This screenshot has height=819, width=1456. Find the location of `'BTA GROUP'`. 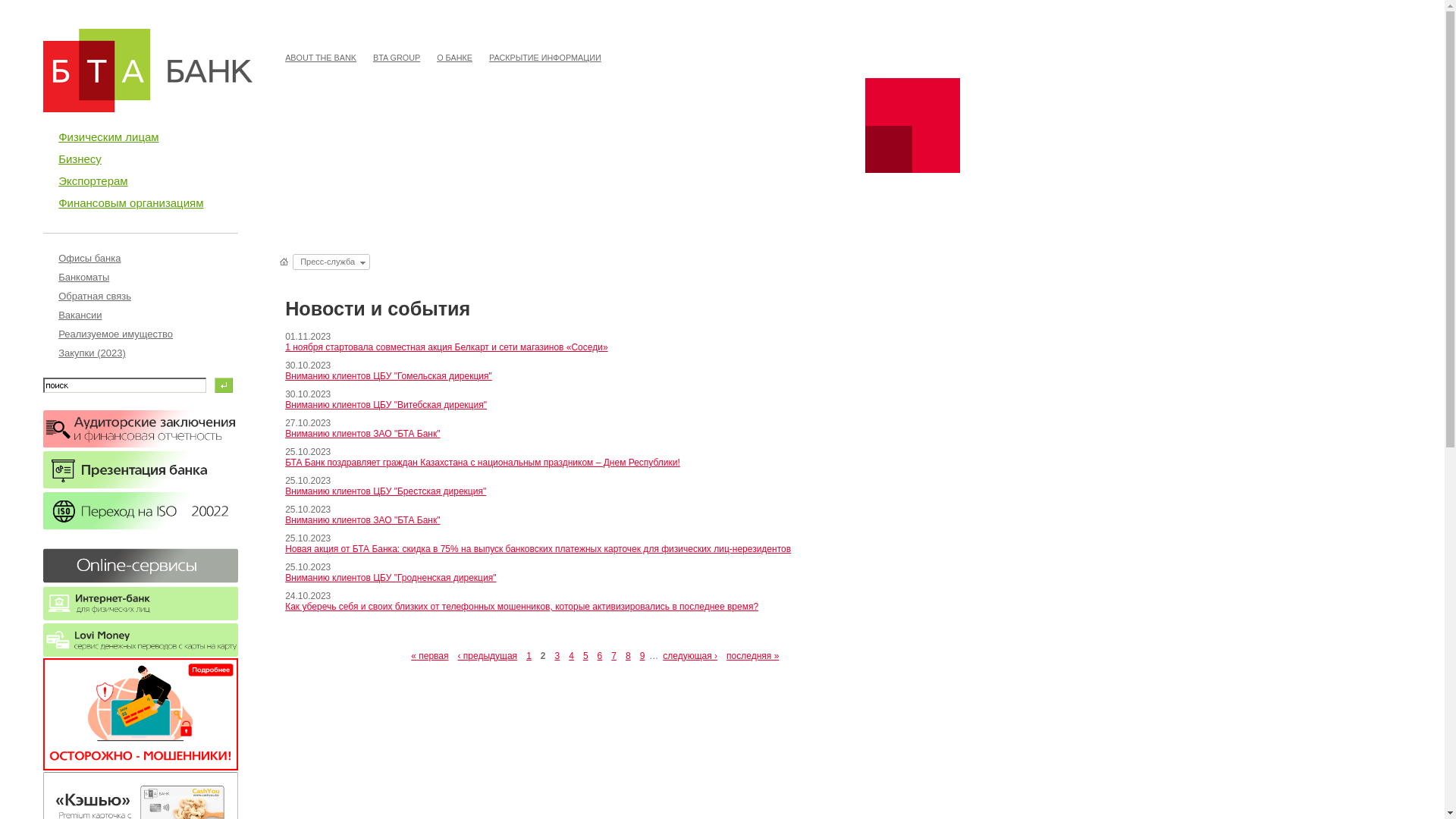

'BTA GROUP' is located at coordinates (366, 57).